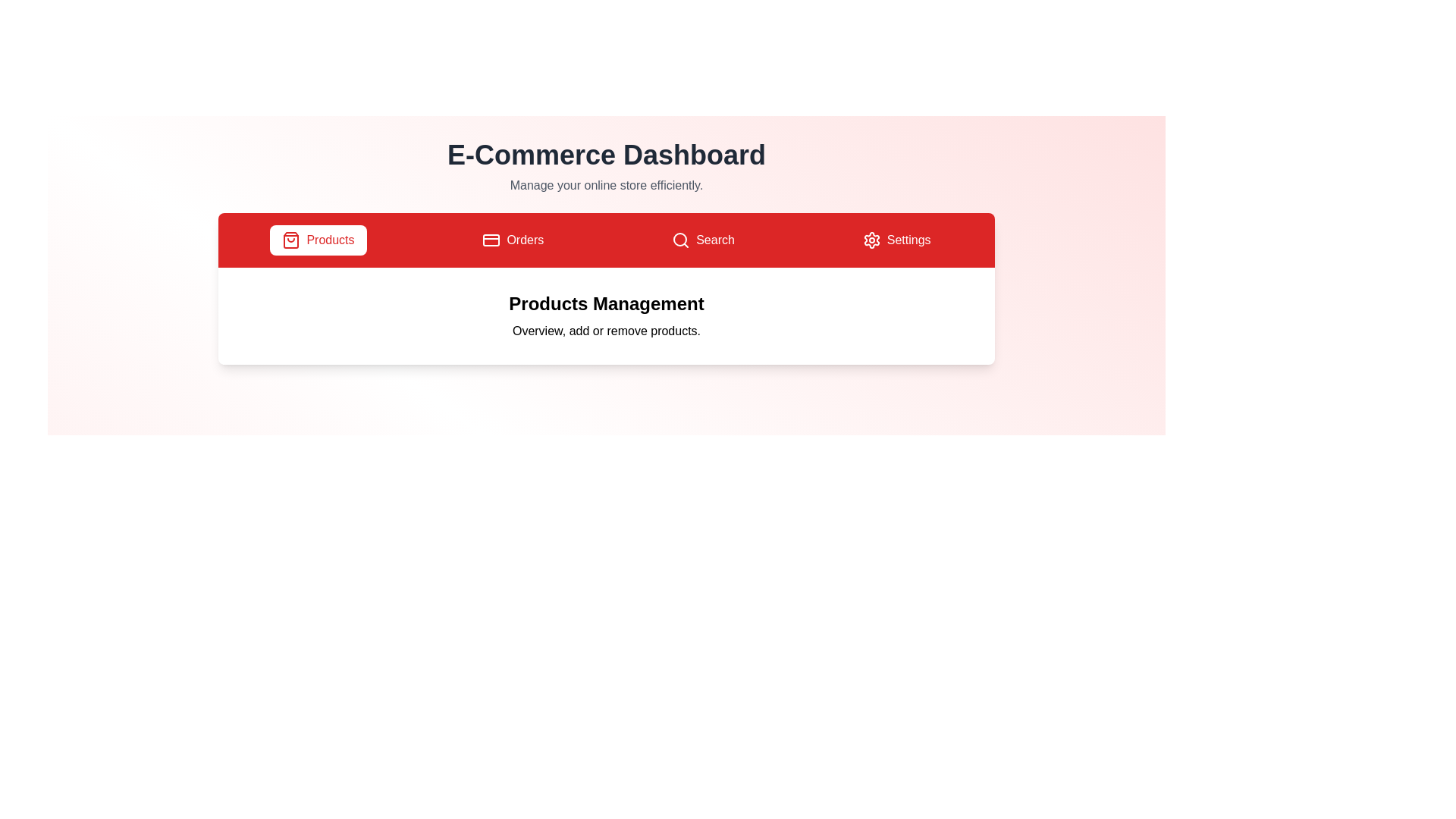  What do you see at coordinates (607, 185) in the screenshot?
I see `text element located directly underneath the title 'E-Commerce Dashboard', which provides additional context related to the dashboard interface` at bounding box center [607, 185].